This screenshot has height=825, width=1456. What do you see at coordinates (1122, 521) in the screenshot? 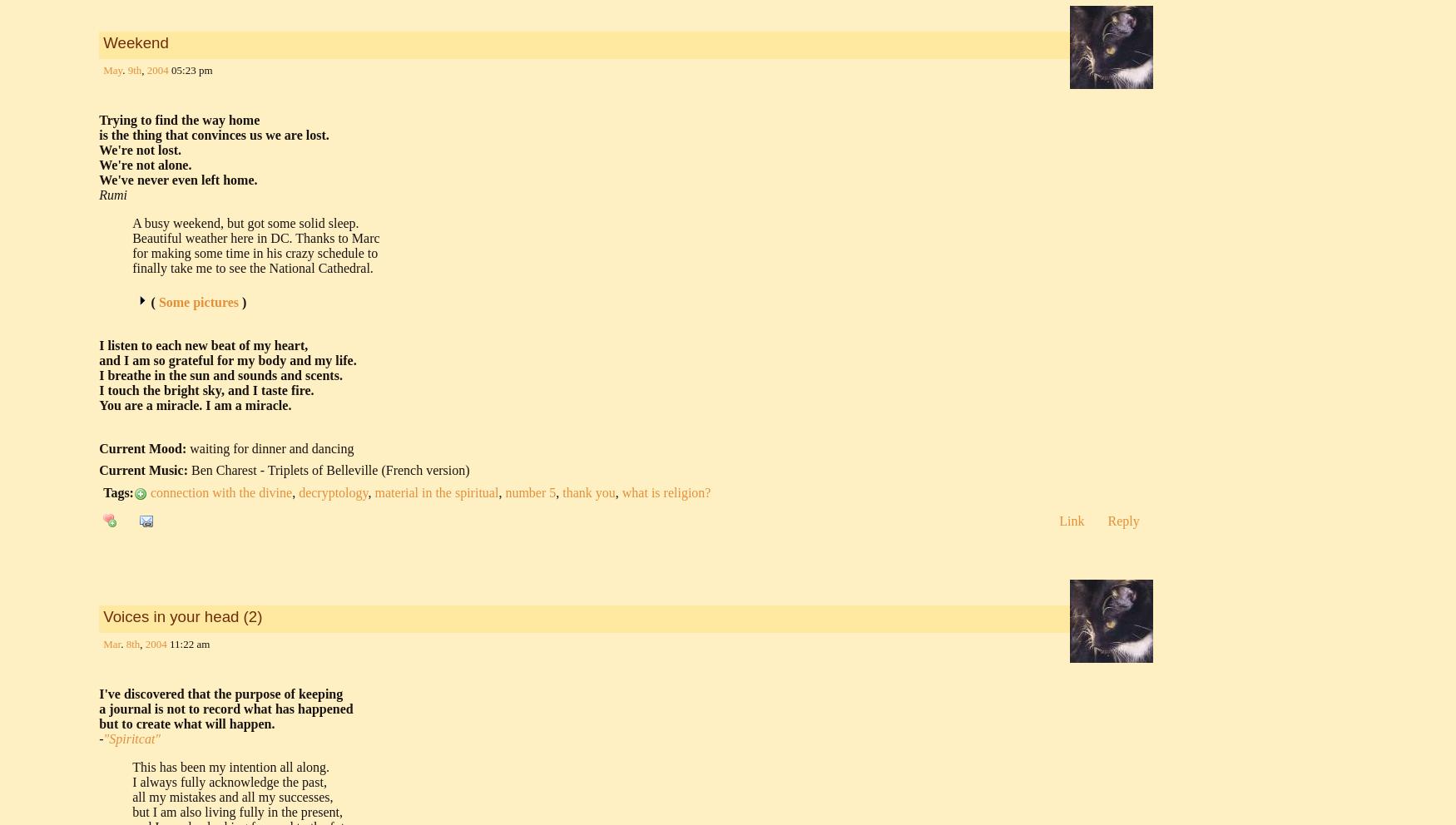
I see `'Reply'` at bounding box center [1122, 521].